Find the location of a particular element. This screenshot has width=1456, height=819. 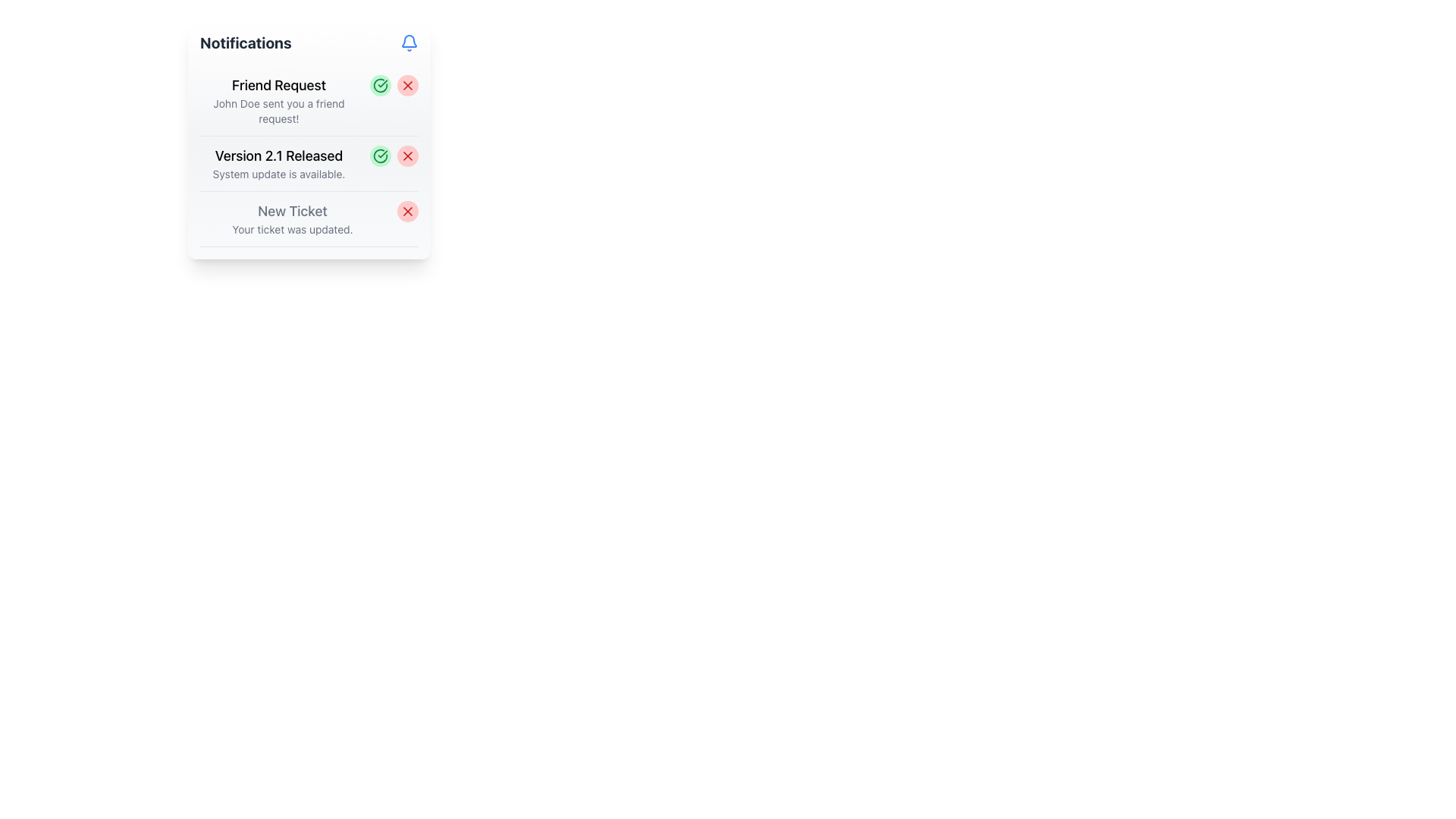

the red close icon button styled as an 'X' character located in the 'New Ticket' notification card is located at coordinates (407, 211).